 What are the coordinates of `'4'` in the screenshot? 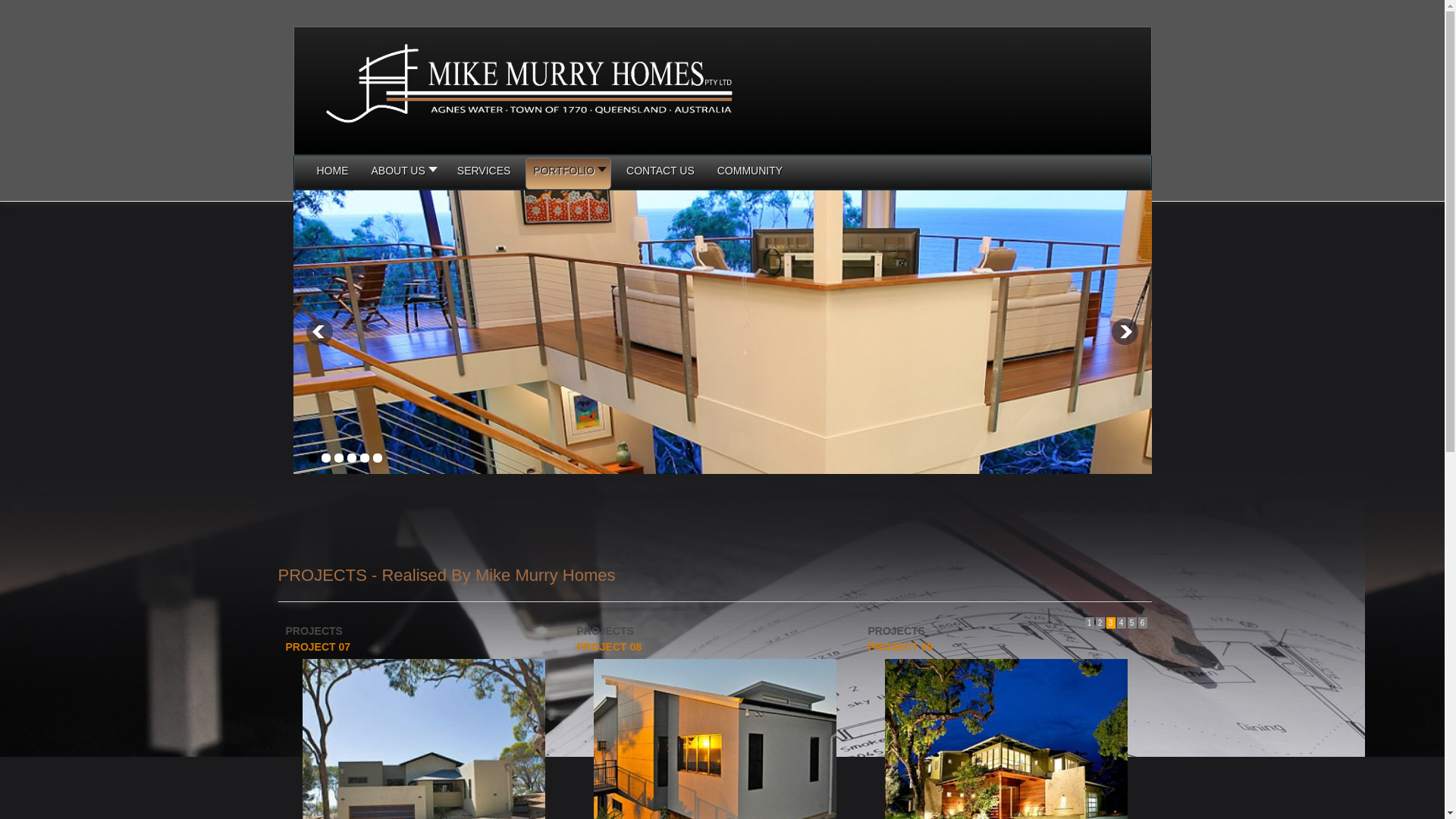 It's located at (1121, 623).